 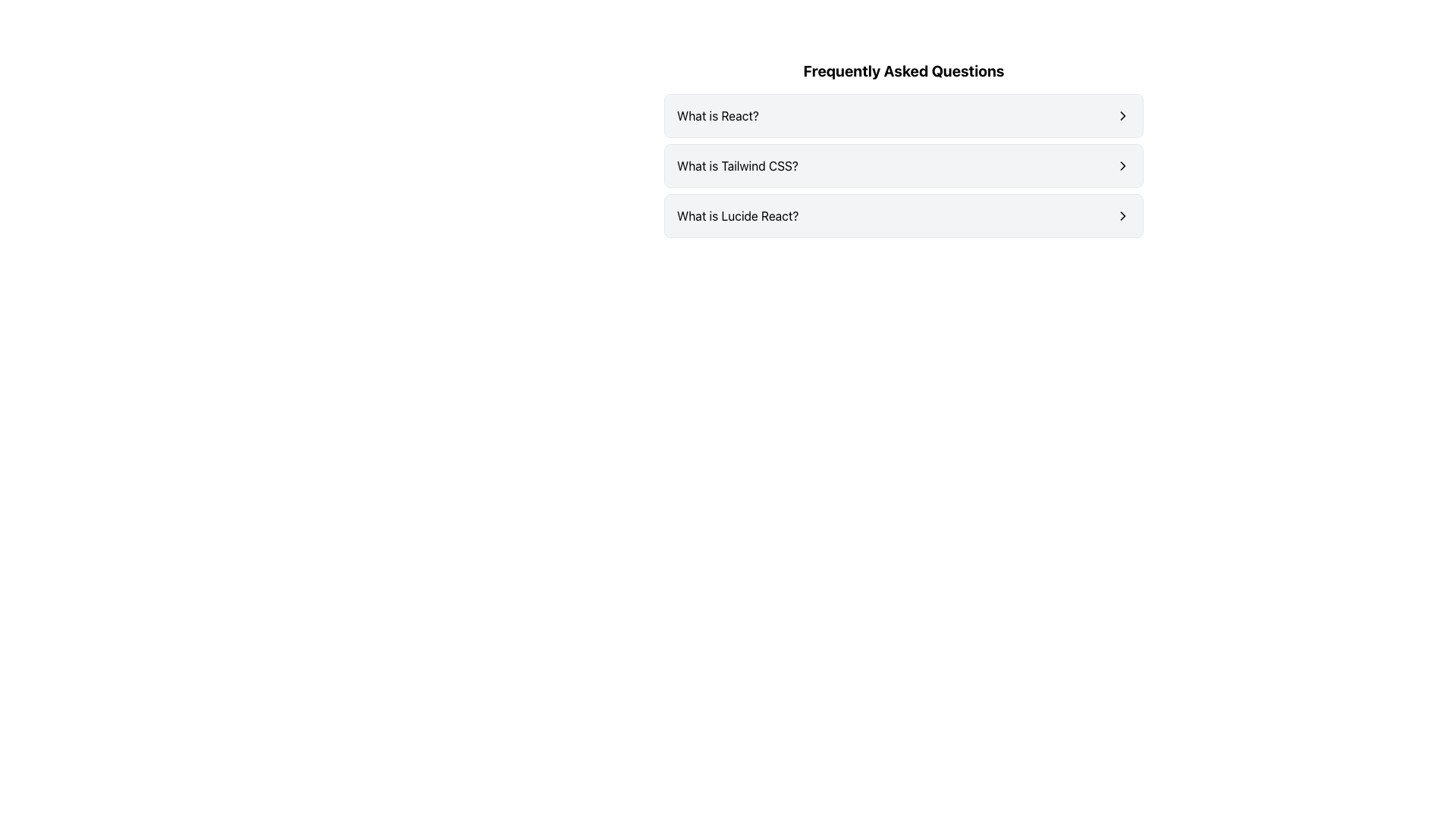 What do you see at coordinates (903, 216) in the screenshot?
I see `the interactive list item at the center coordinates` at bounding box center [903, 216].